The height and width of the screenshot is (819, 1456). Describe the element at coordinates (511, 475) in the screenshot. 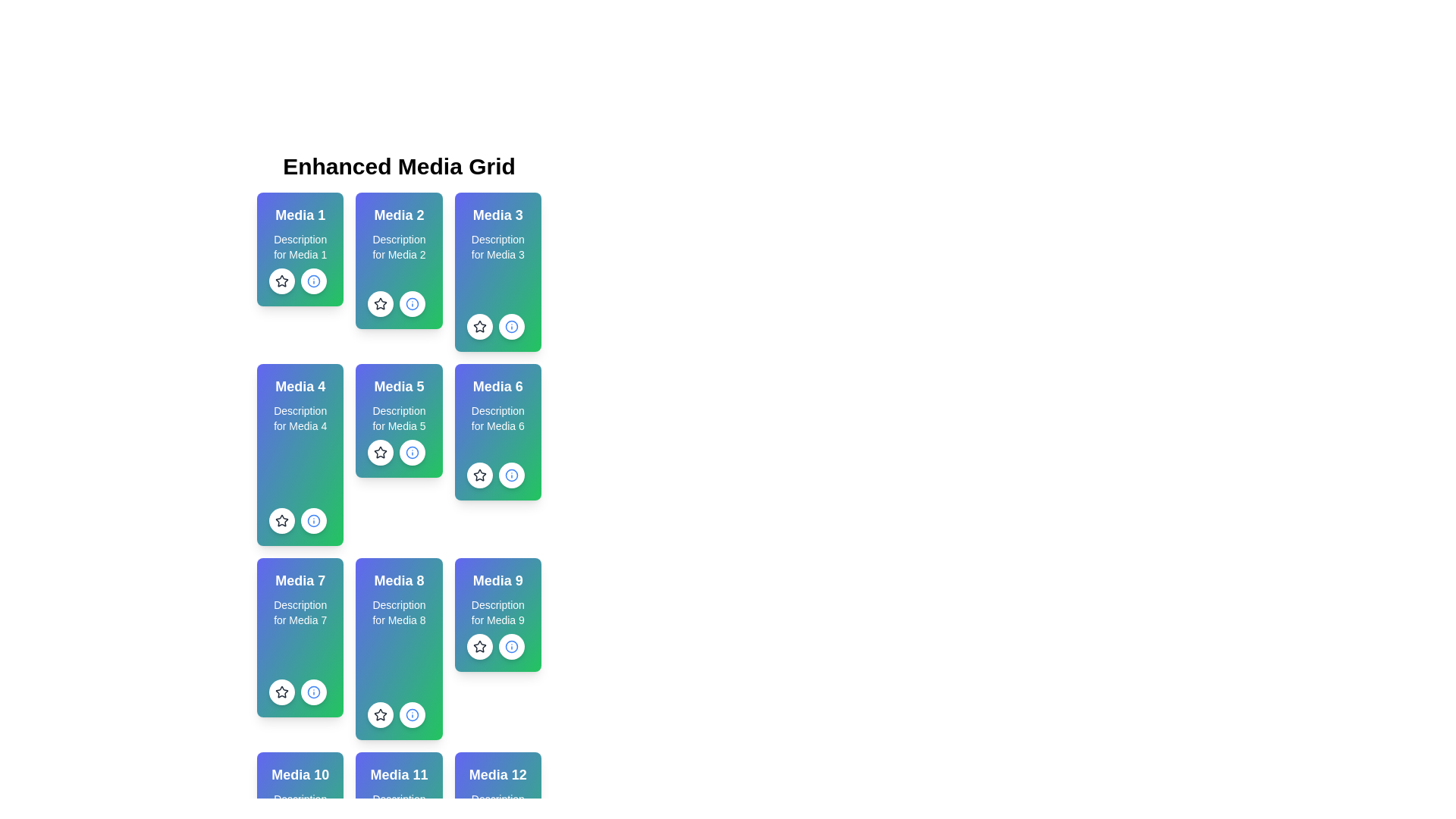

I see `the small circular button with a white background and blue border, located at the bottom-right corner of the 'Media 6' card` at that location.